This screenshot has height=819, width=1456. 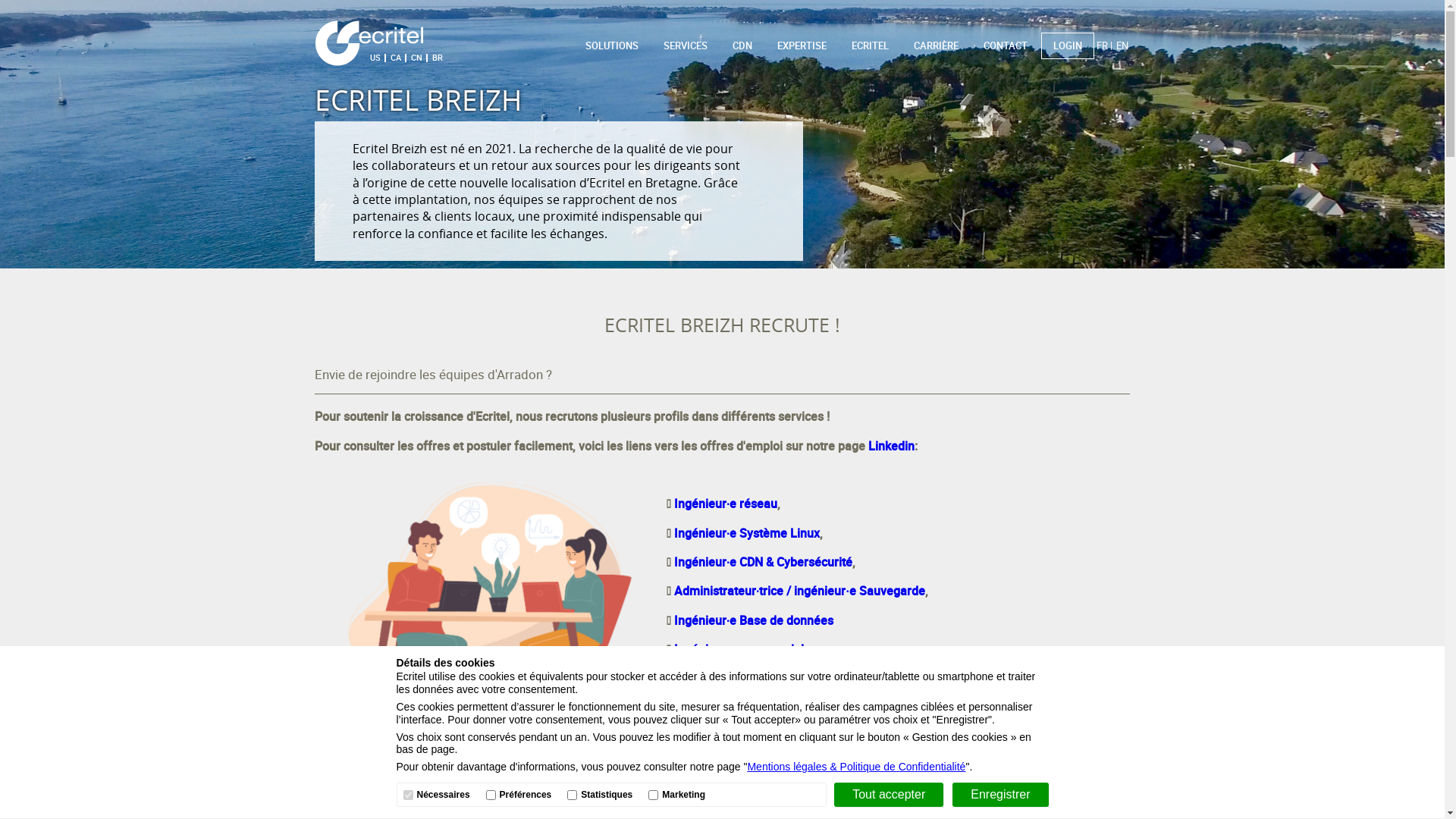 What do you see at coordinates (1122, 45) in the screenshot?
I see `'EN'` at bounding box center [1122, 45].